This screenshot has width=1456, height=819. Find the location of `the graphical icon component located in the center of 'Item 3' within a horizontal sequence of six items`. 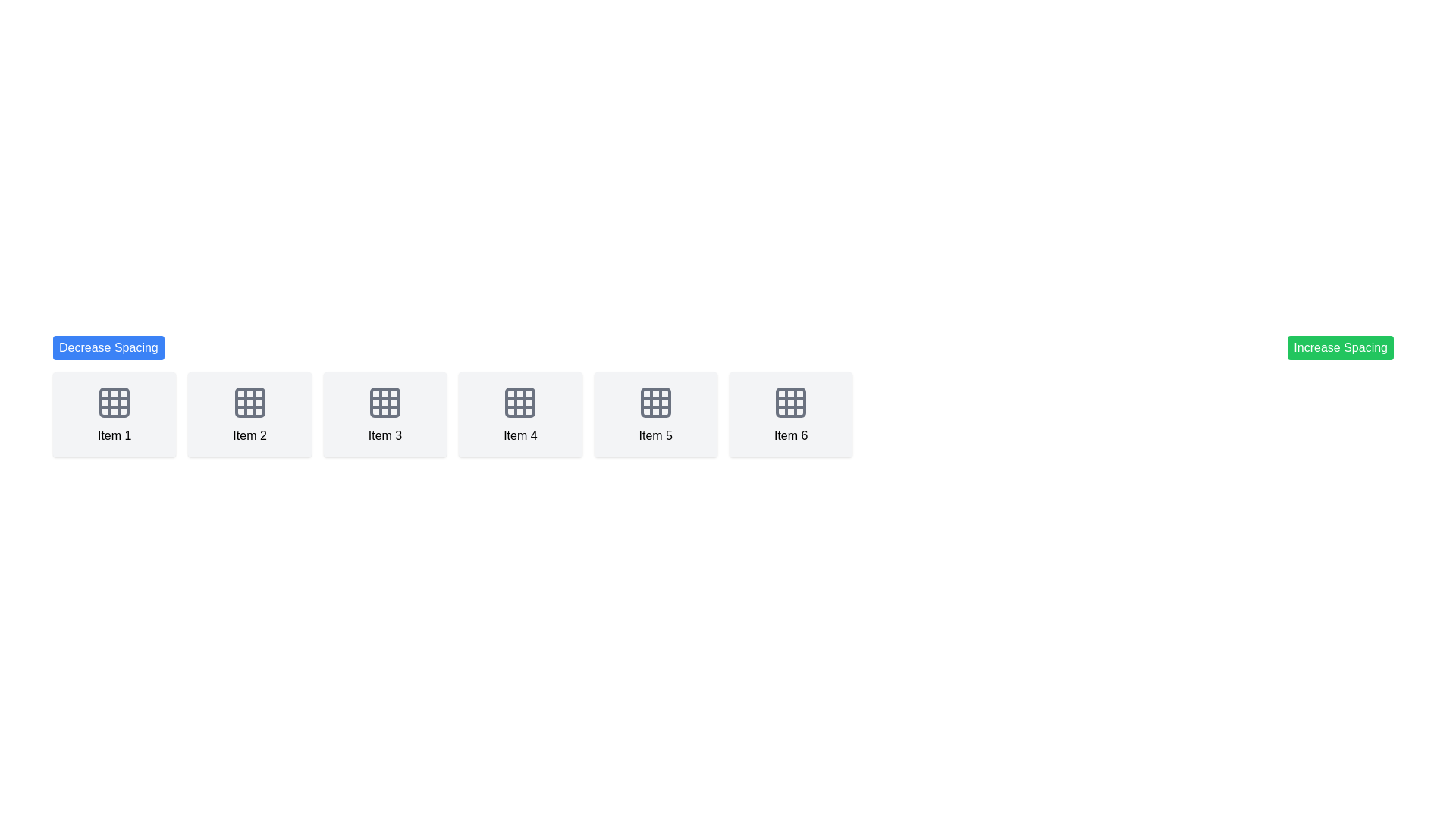

the graphical icon component located in the center of 'Item 3' within a horizontal sequence of six items is located at coordinates (385, 402).